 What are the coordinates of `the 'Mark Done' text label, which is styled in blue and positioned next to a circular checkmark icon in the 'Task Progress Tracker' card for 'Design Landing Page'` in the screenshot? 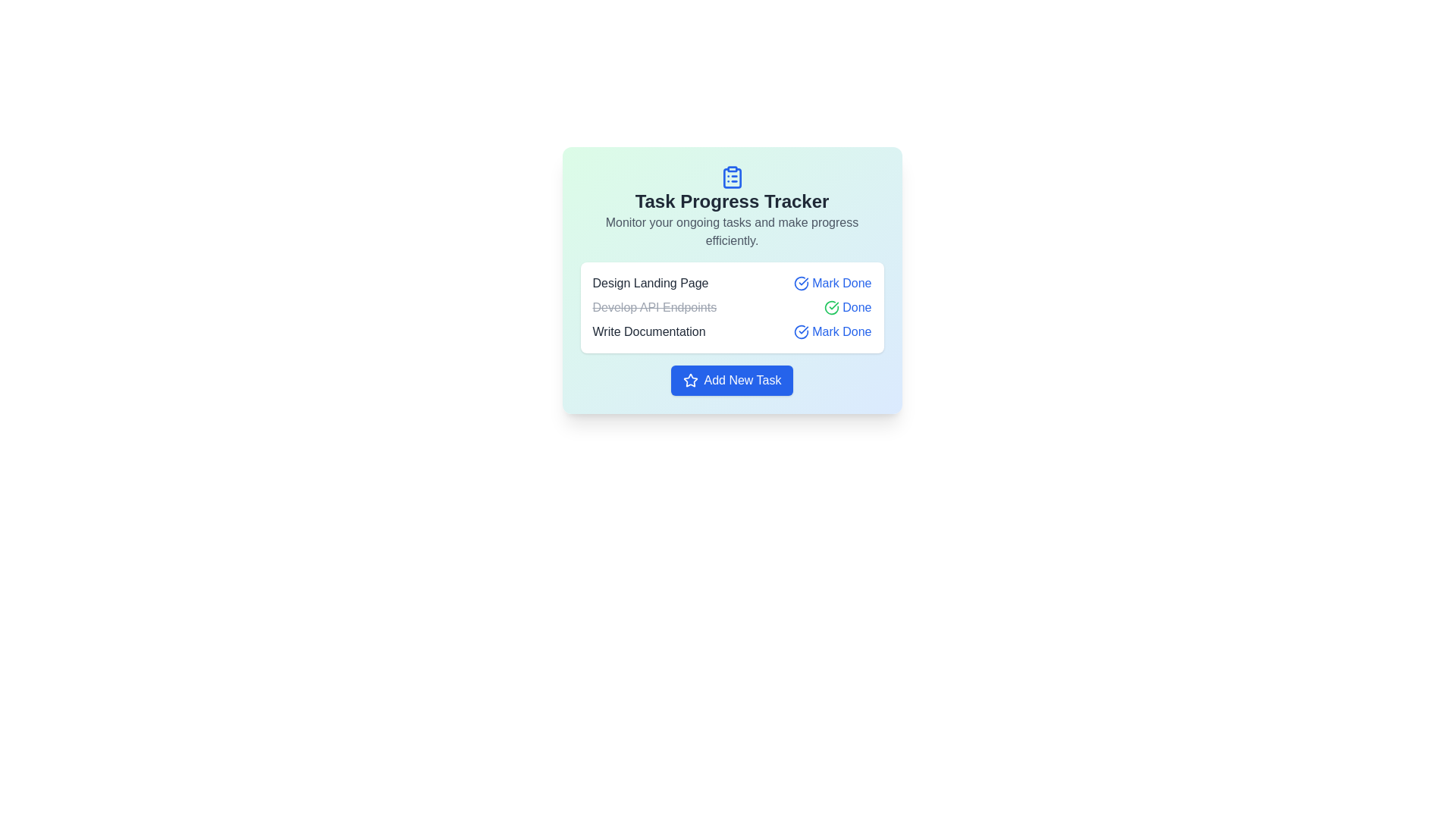 It's located at (841, 284).